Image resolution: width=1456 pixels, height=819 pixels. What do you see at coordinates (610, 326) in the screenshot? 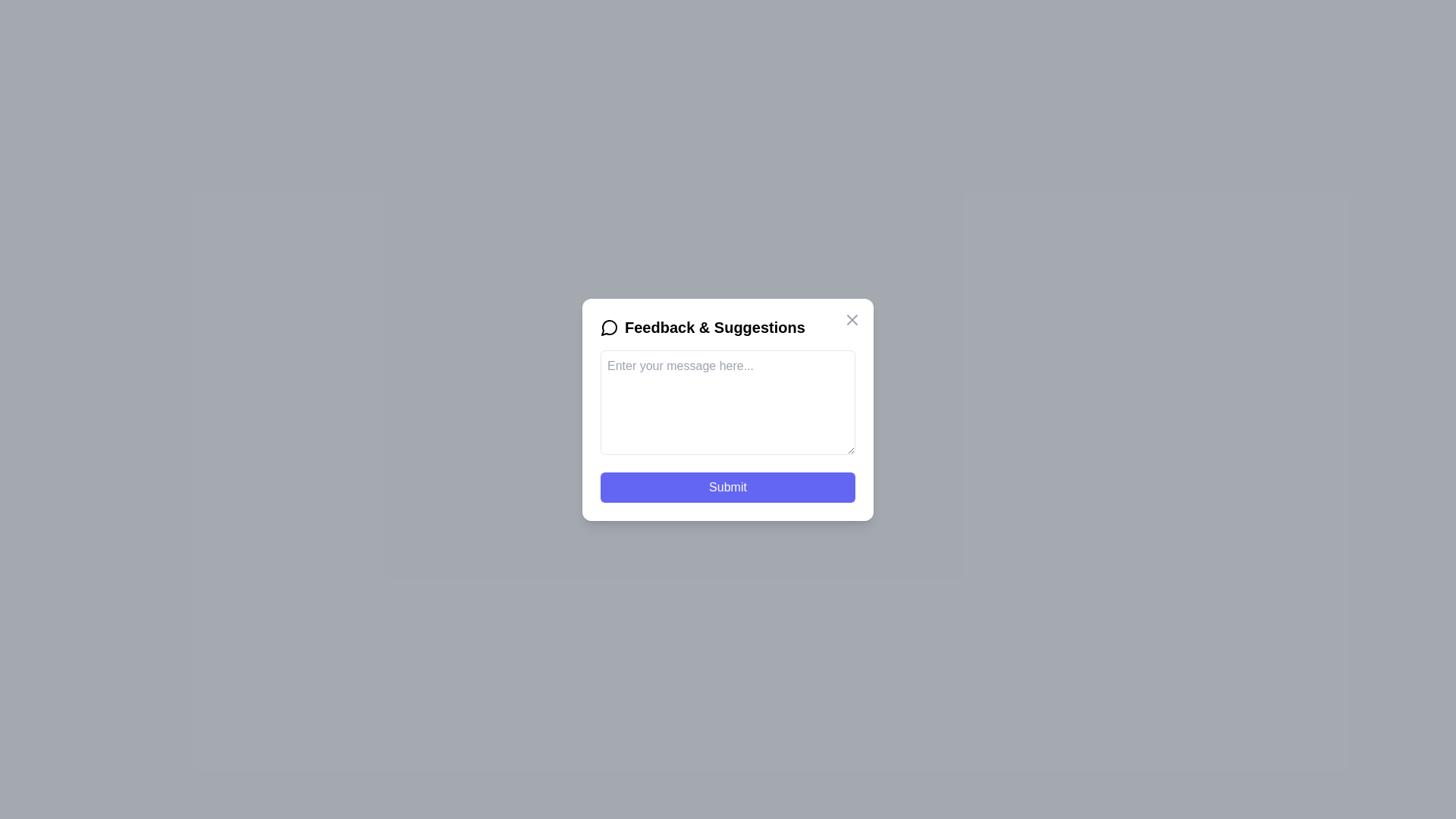
I see `the decorative icon located to the left of the header text 'Feedback & Suggestions'` at bounding box center [610, 326].